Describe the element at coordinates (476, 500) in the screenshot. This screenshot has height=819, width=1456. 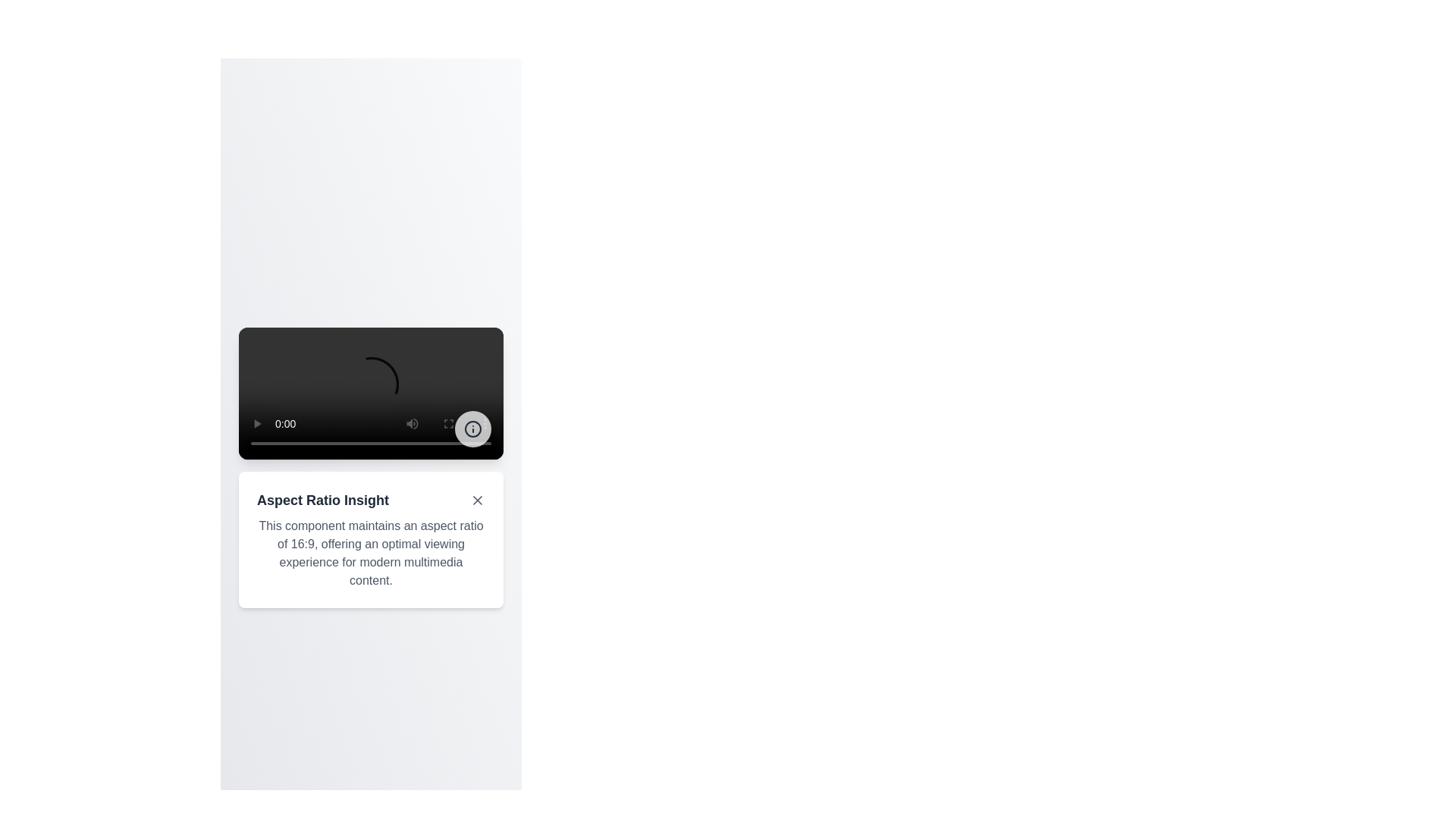
I see `the Close button, represented by an 'X' icon located in the top-right corner of the description card, to trigger visual feedback` at that location.